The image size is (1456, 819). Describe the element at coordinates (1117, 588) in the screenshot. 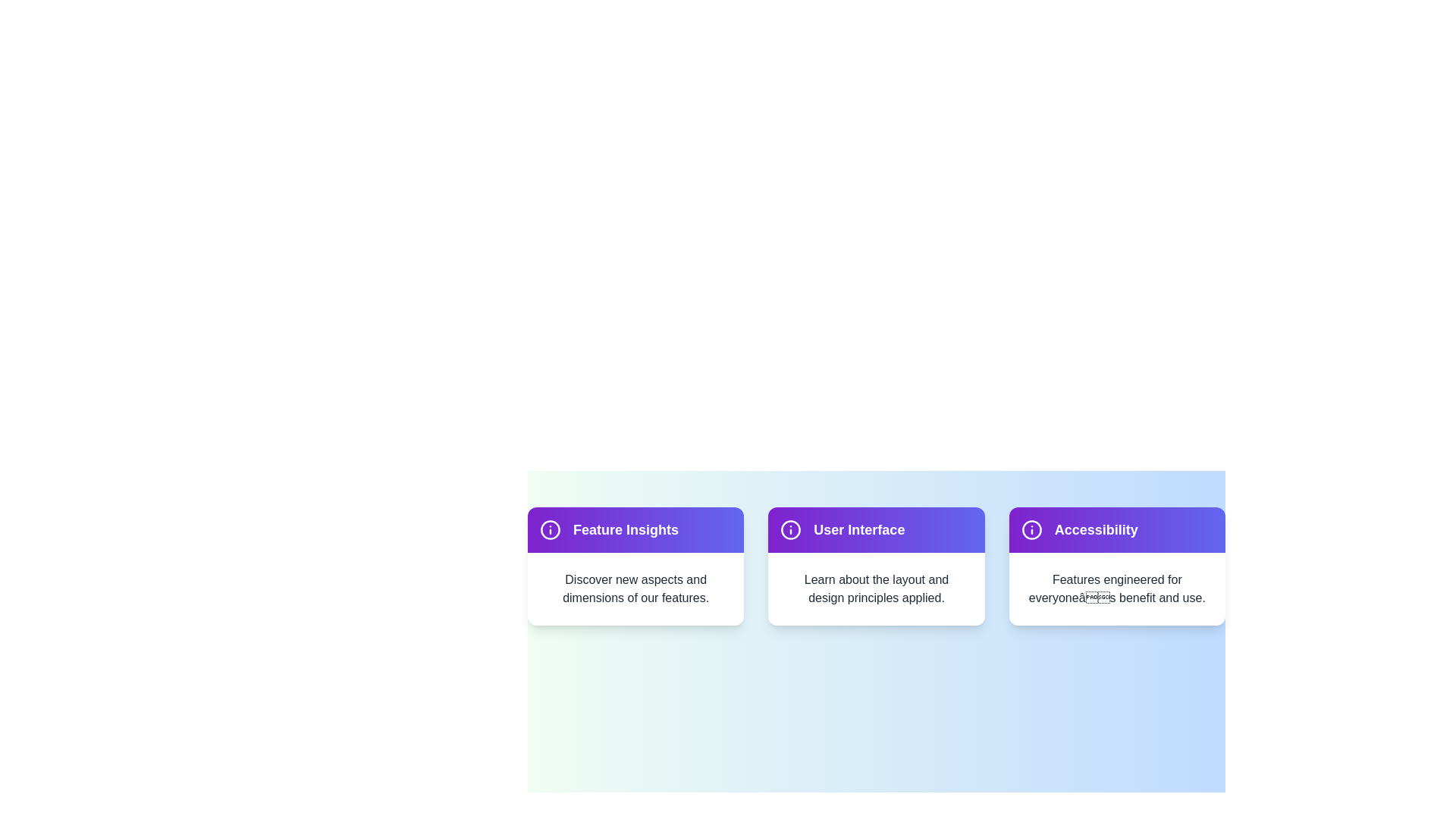

I see `descriptive information provided in the text block located in the 'Accessibility' card, which is the third card in a horizontally-aligned row of three cards` at that location.